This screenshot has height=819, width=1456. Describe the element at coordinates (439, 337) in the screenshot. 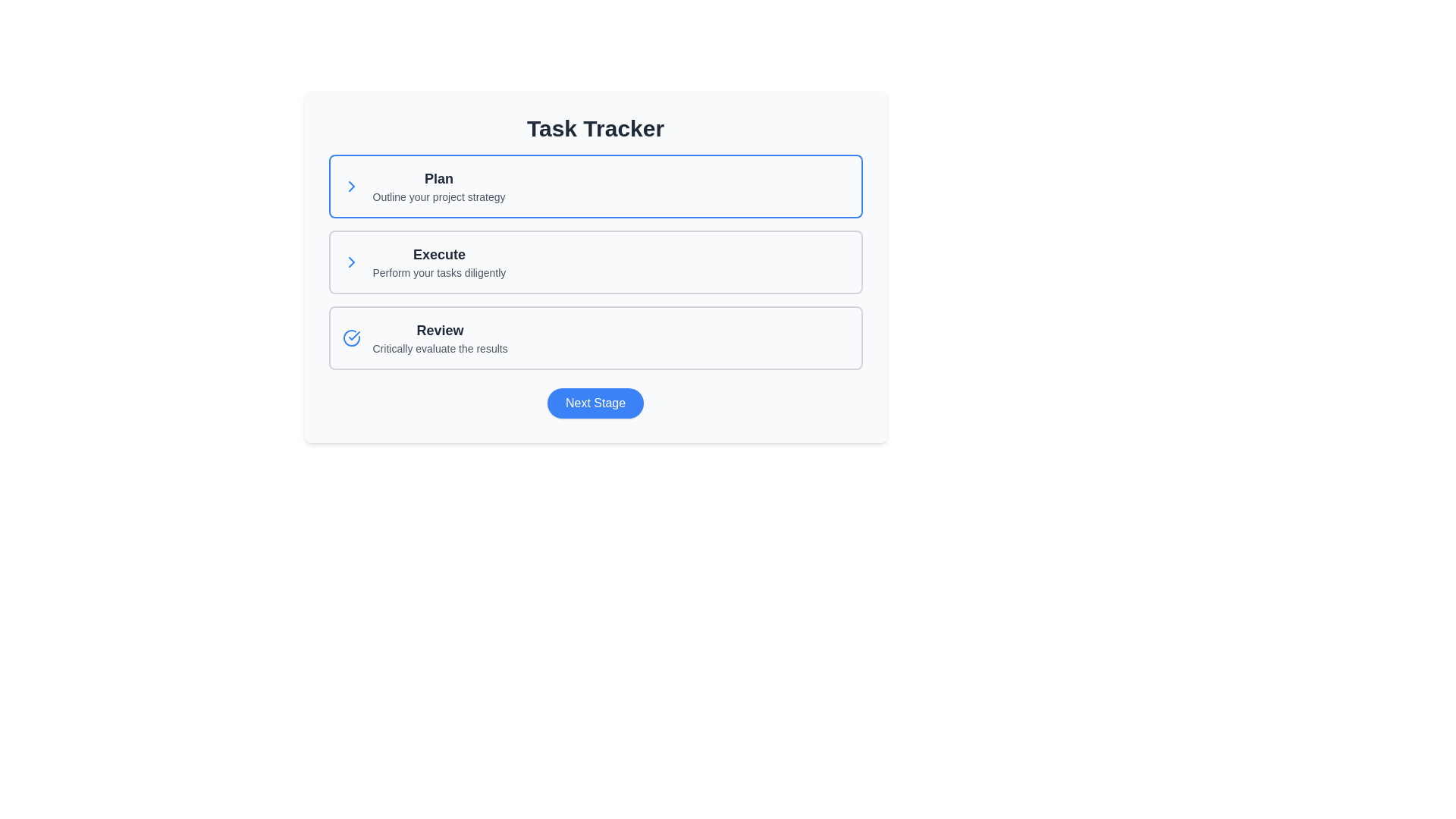

I see `text block titled 'Review' which is the third item in a vertical list of tasks, located between the 'Execute' task and the 'Next Stage' button` at that location.